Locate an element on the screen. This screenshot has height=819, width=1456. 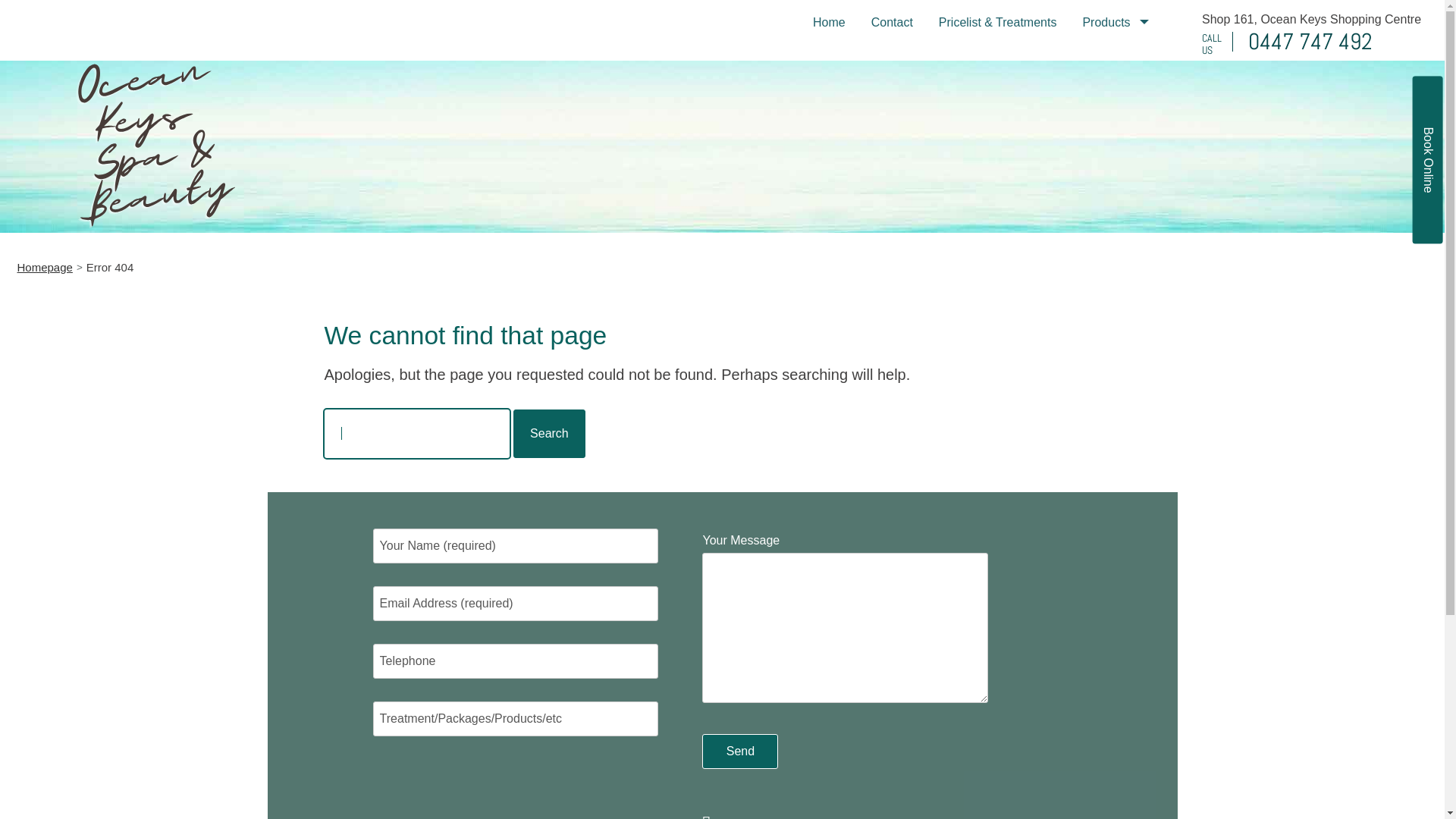
'Products' is located at coordinates (1068, 22).